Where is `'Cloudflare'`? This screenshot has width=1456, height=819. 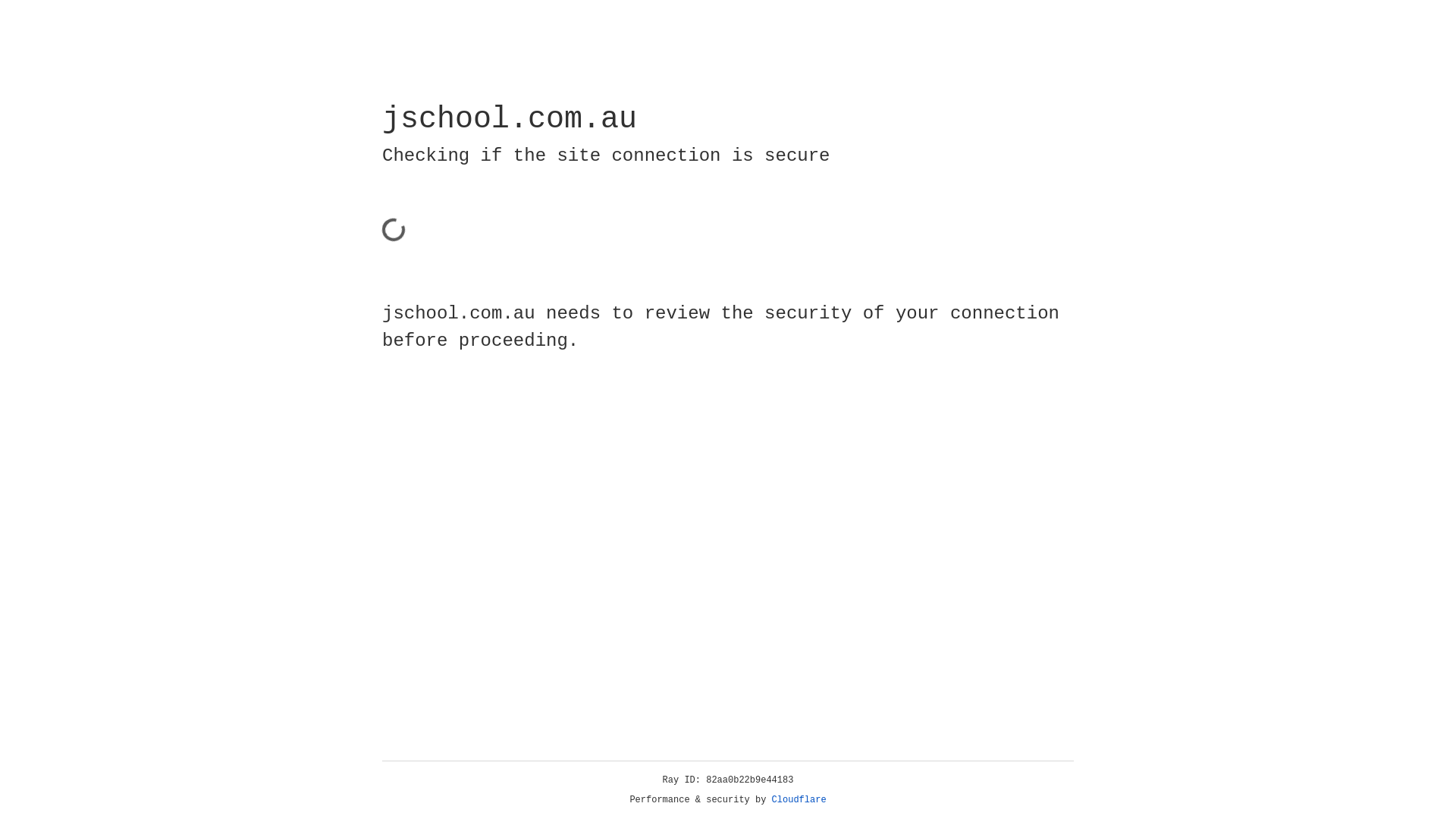 'Cloudflare' is located at coordinates (799, 799).